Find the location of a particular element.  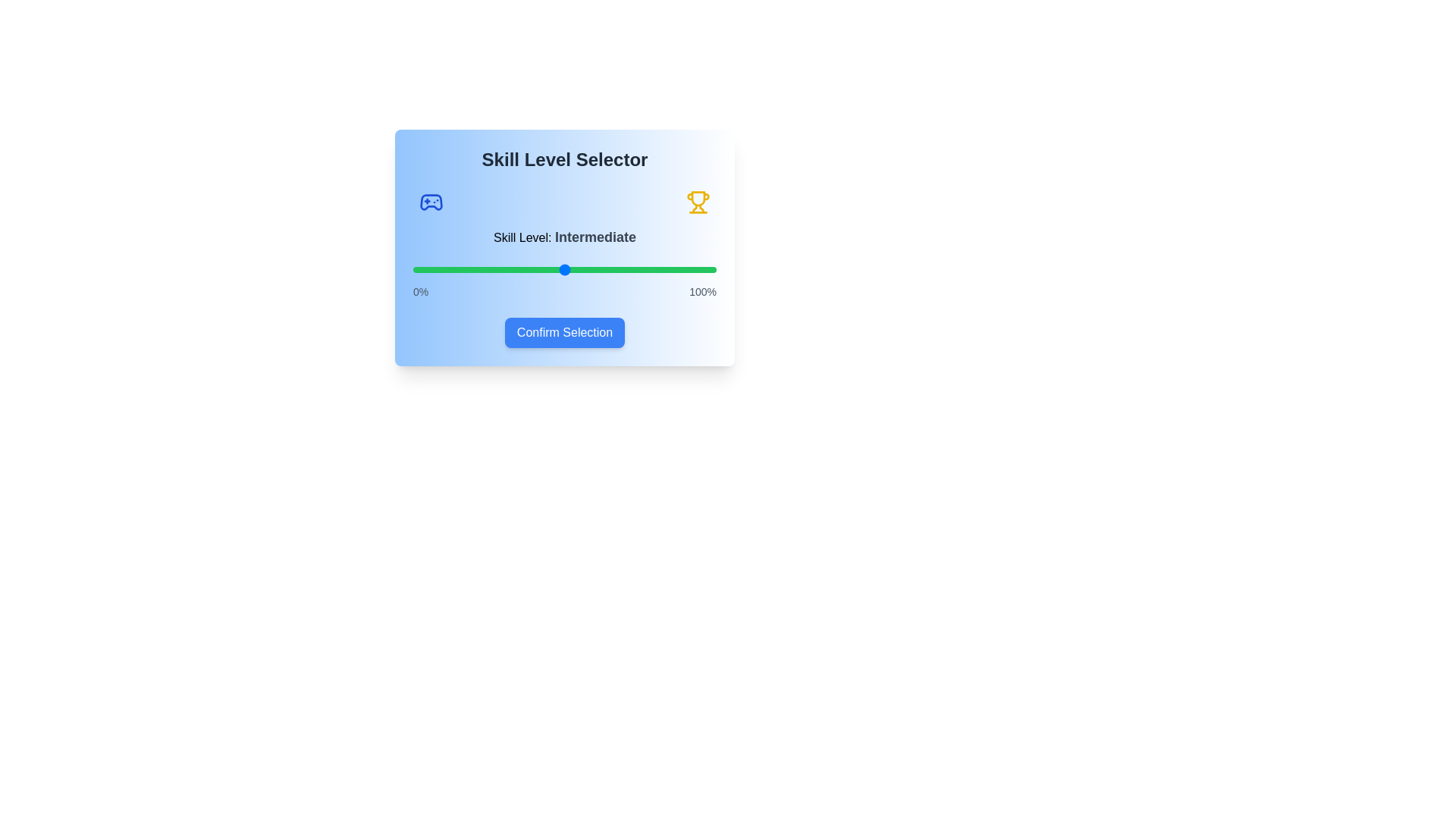

the skill level slider to 0%, where 0 is a value between 0 and 100 is located at coordinates (413, 268).